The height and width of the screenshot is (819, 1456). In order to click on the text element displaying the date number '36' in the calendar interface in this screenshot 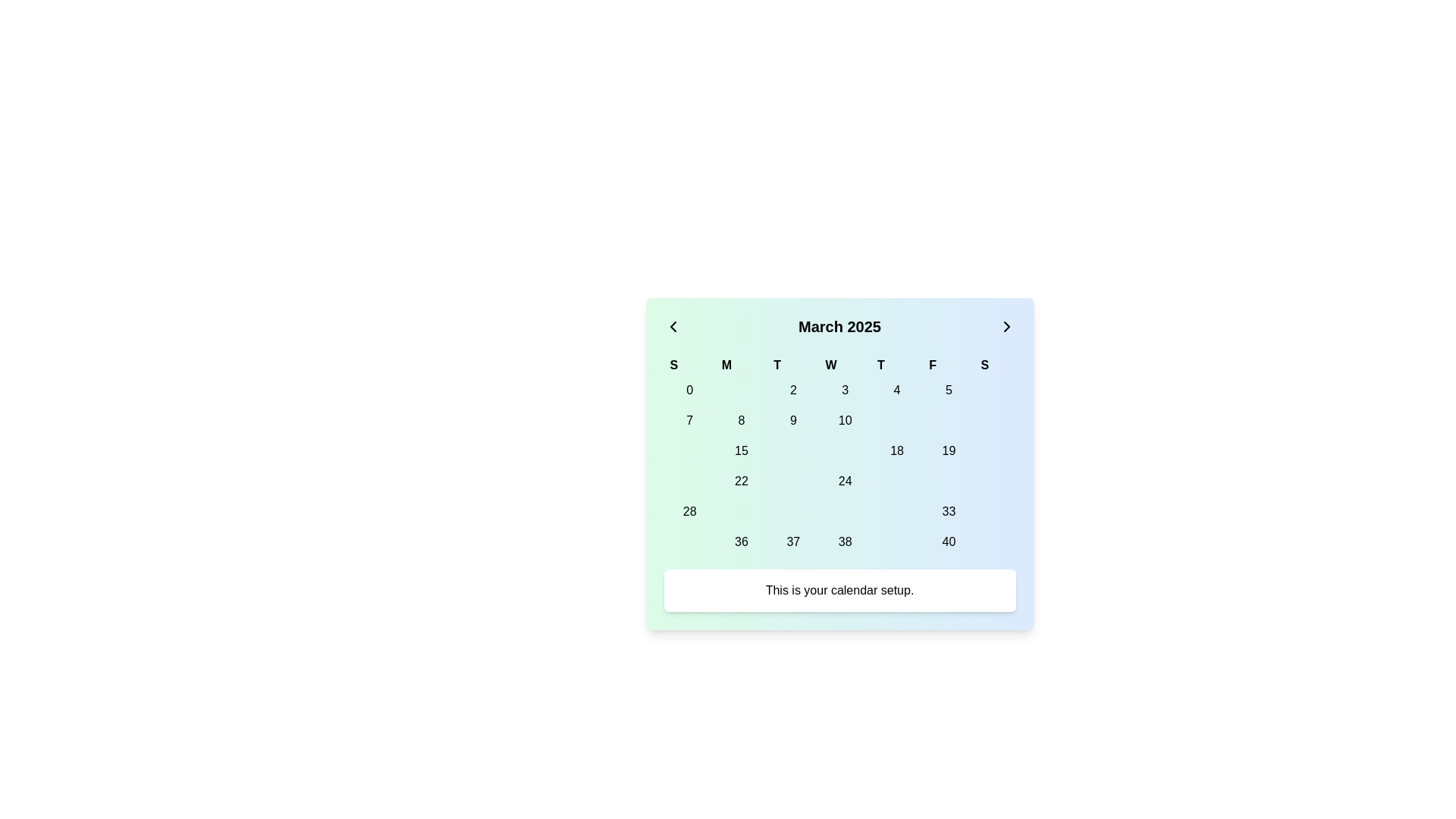, I will do `click(742, 541)`.